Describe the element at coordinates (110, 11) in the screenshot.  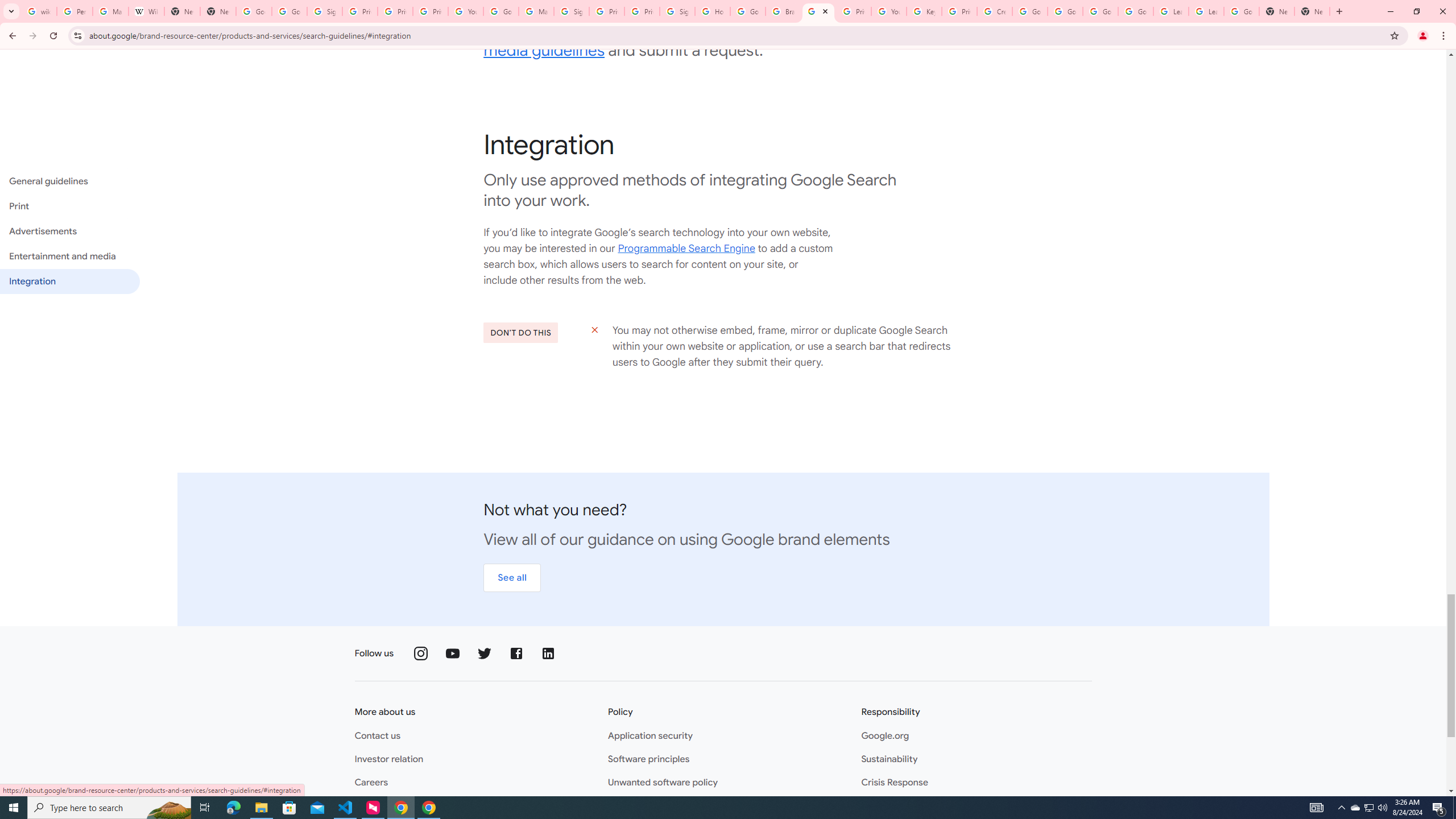
I see `'Manage your Location History - Google Search Help'` at that location.